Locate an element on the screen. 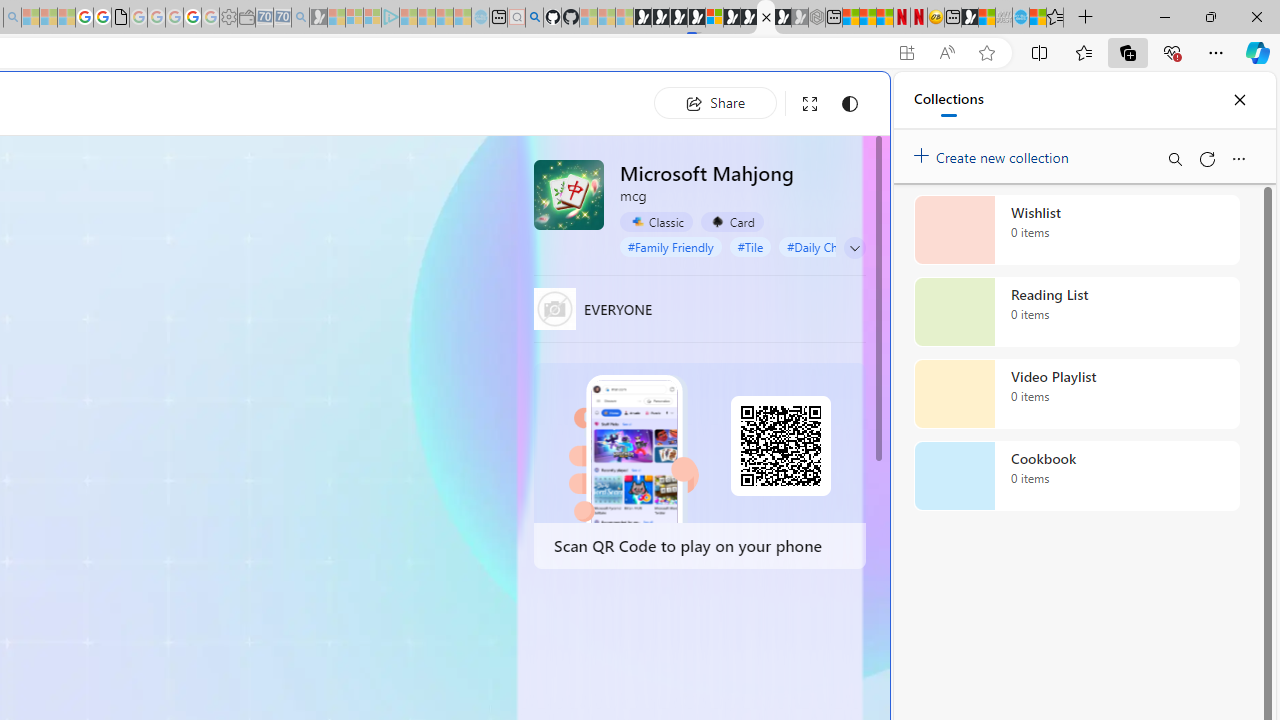  'github - Search' is located at coordinates (534, 17).